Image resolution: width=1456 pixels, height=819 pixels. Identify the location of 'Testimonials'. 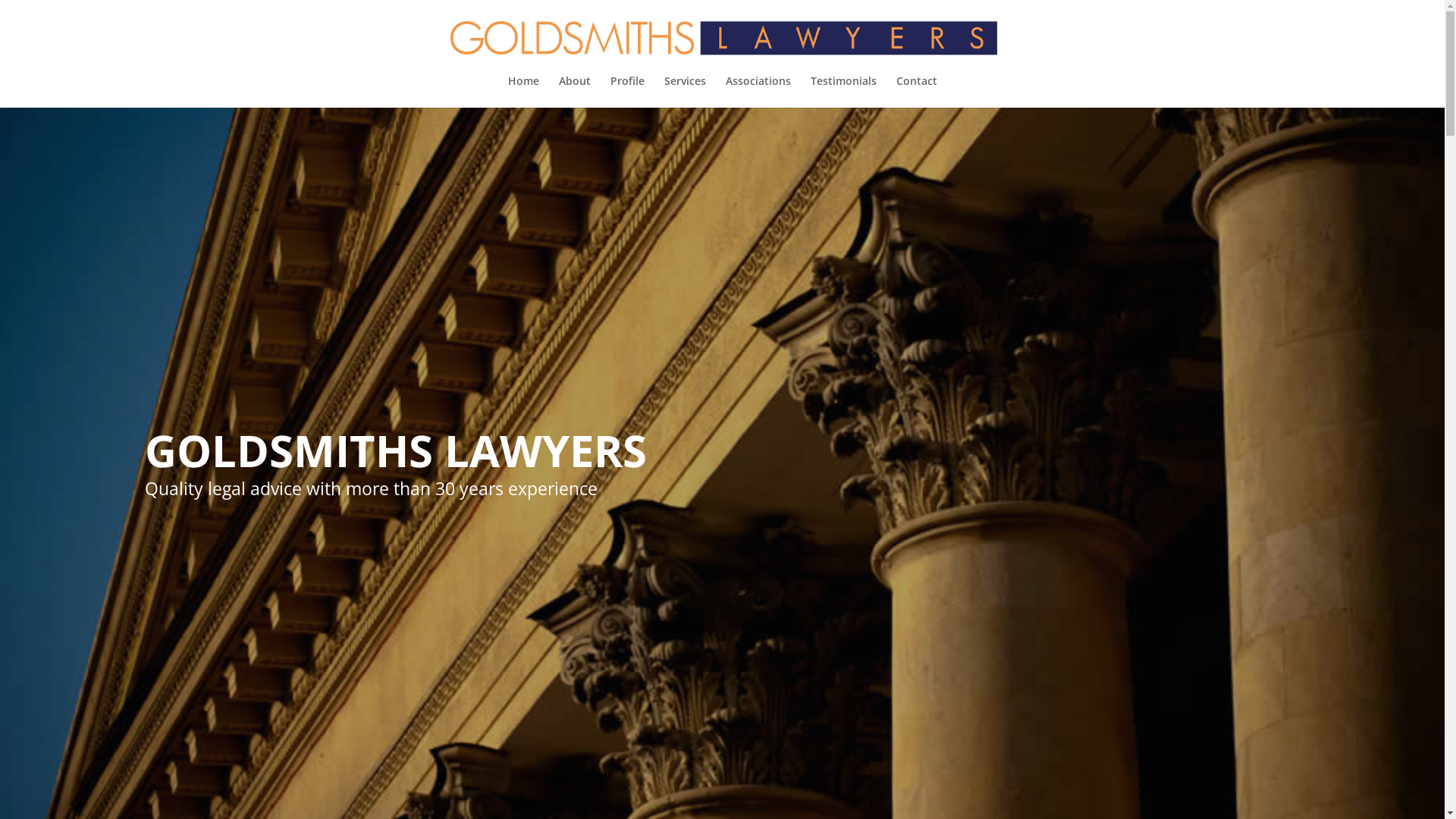
(842, 91).